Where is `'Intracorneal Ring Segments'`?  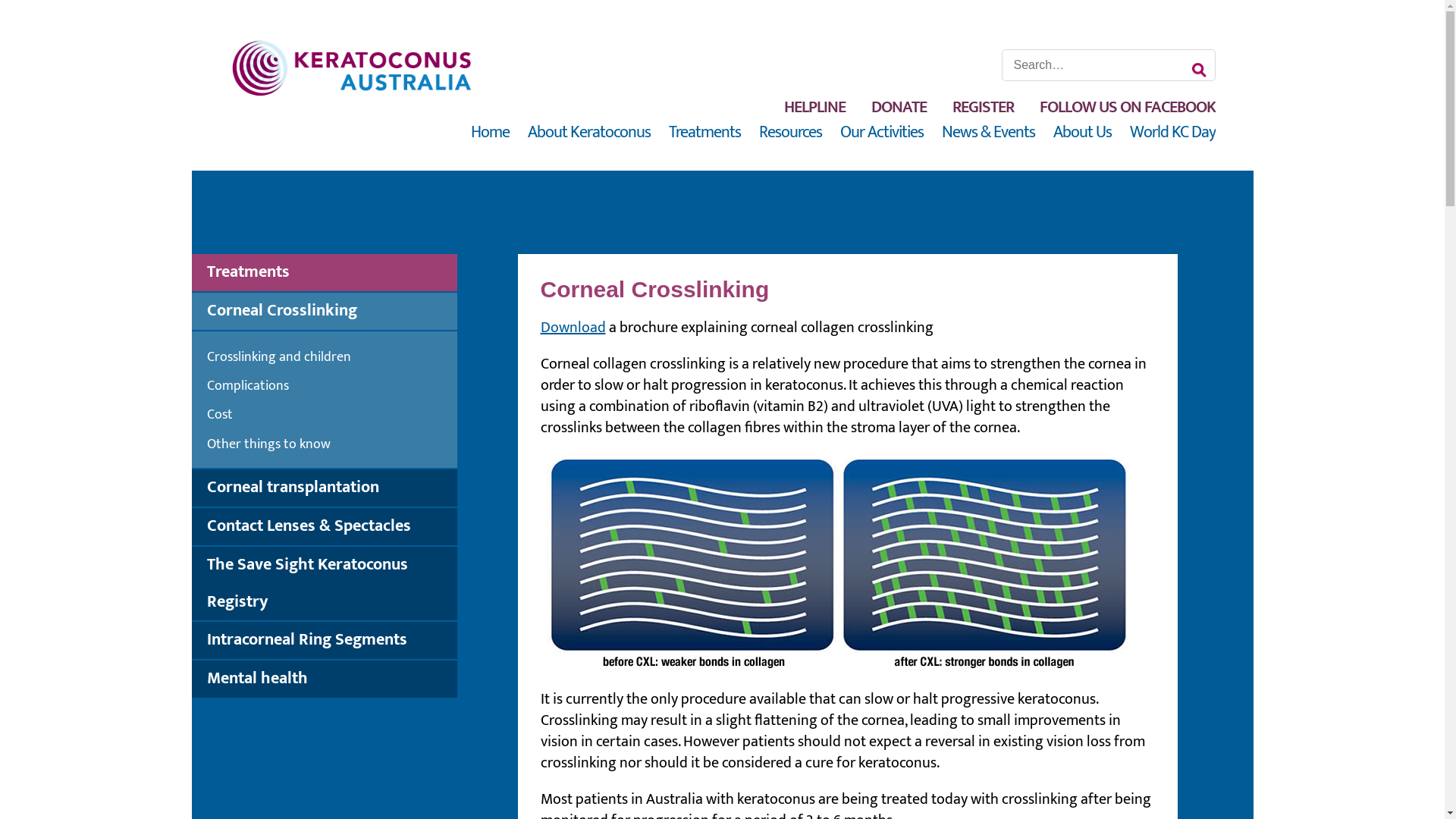 'Intracorneal Ring Segments' is located at coordinates (206, 640).